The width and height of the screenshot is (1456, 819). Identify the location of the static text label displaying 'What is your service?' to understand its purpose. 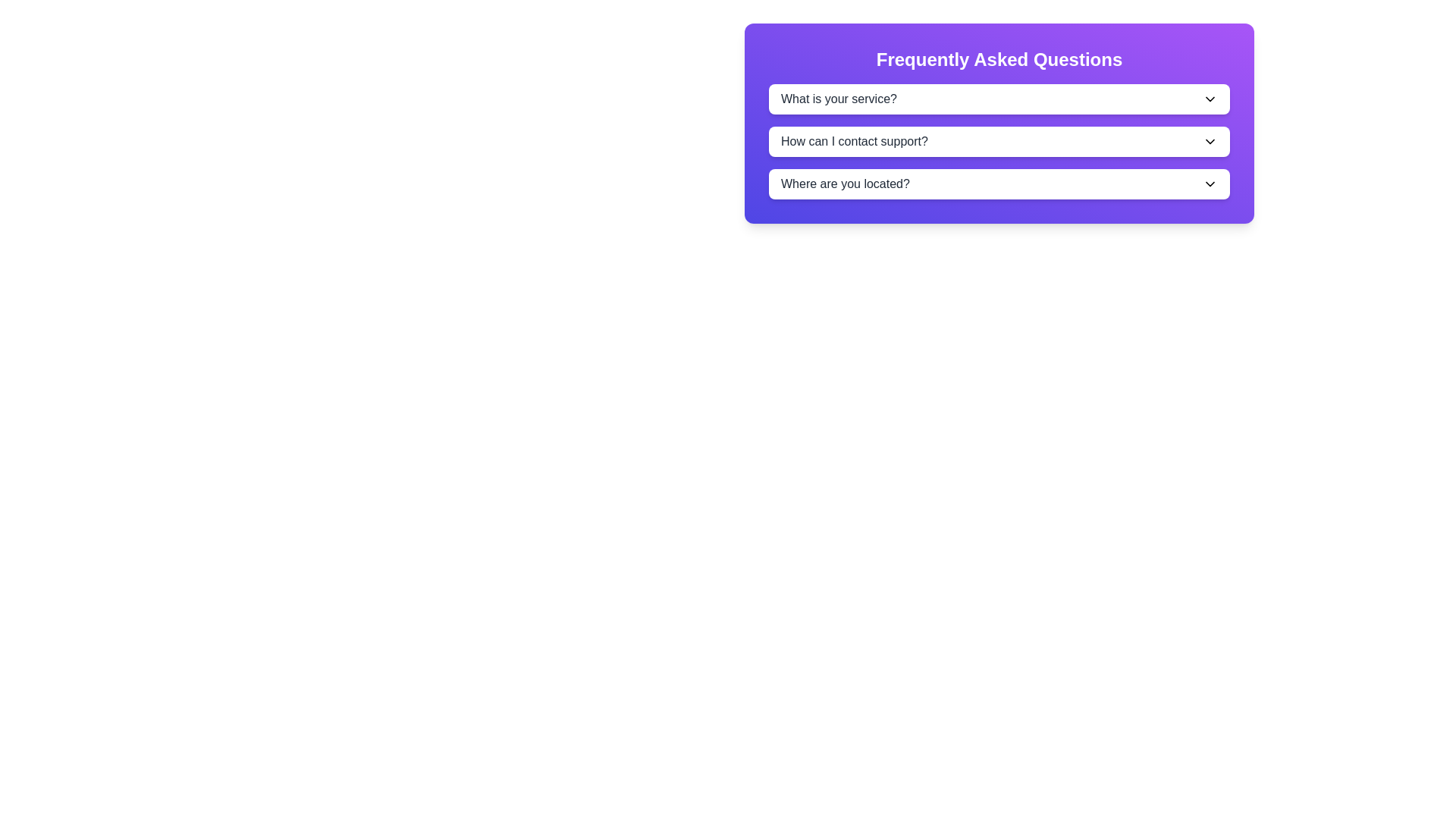
(838, 99).